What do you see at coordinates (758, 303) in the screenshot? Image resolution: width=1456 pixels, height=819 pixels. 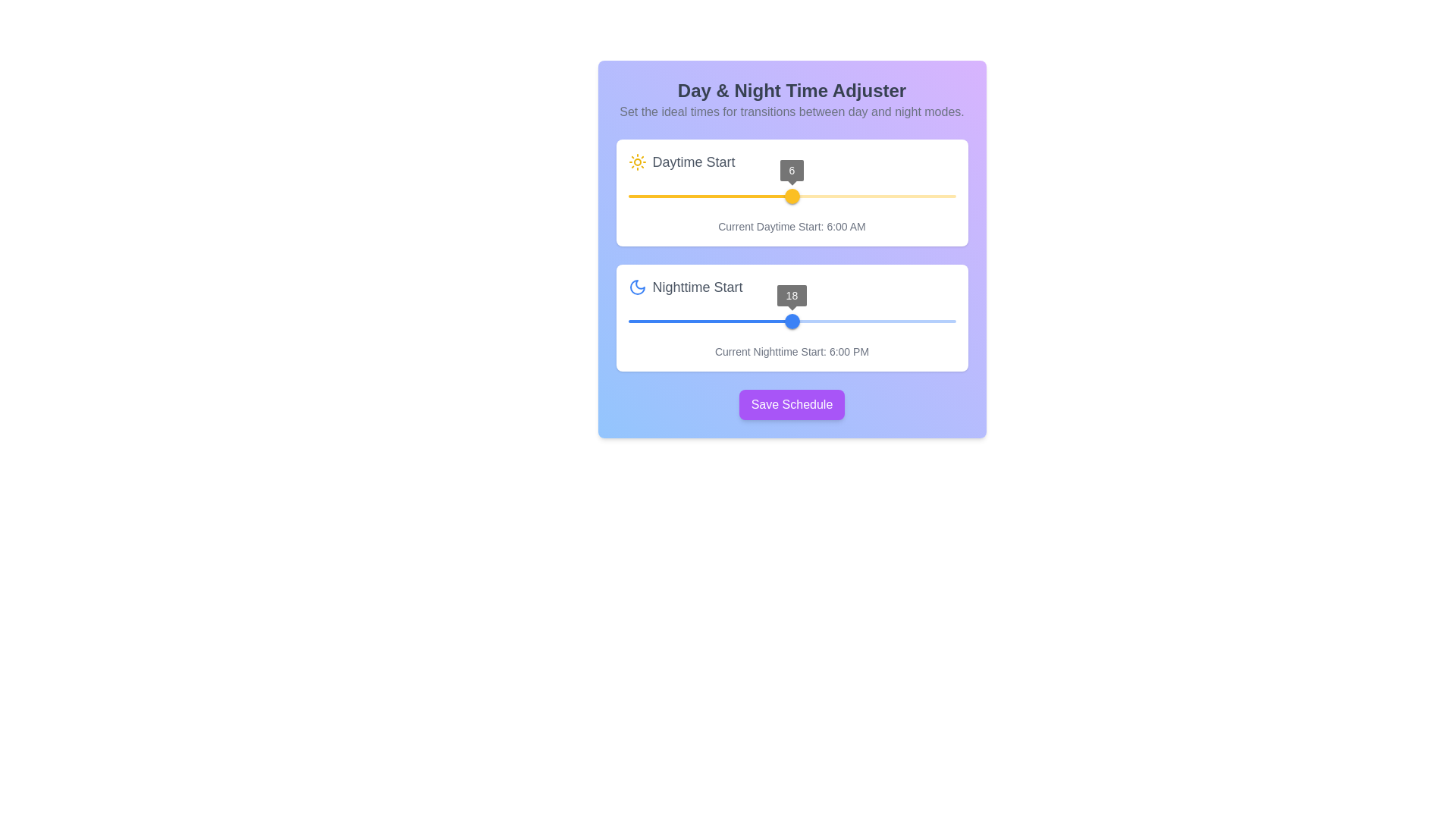 I see `the nighttime start hour` at bounding box center [758, 303].